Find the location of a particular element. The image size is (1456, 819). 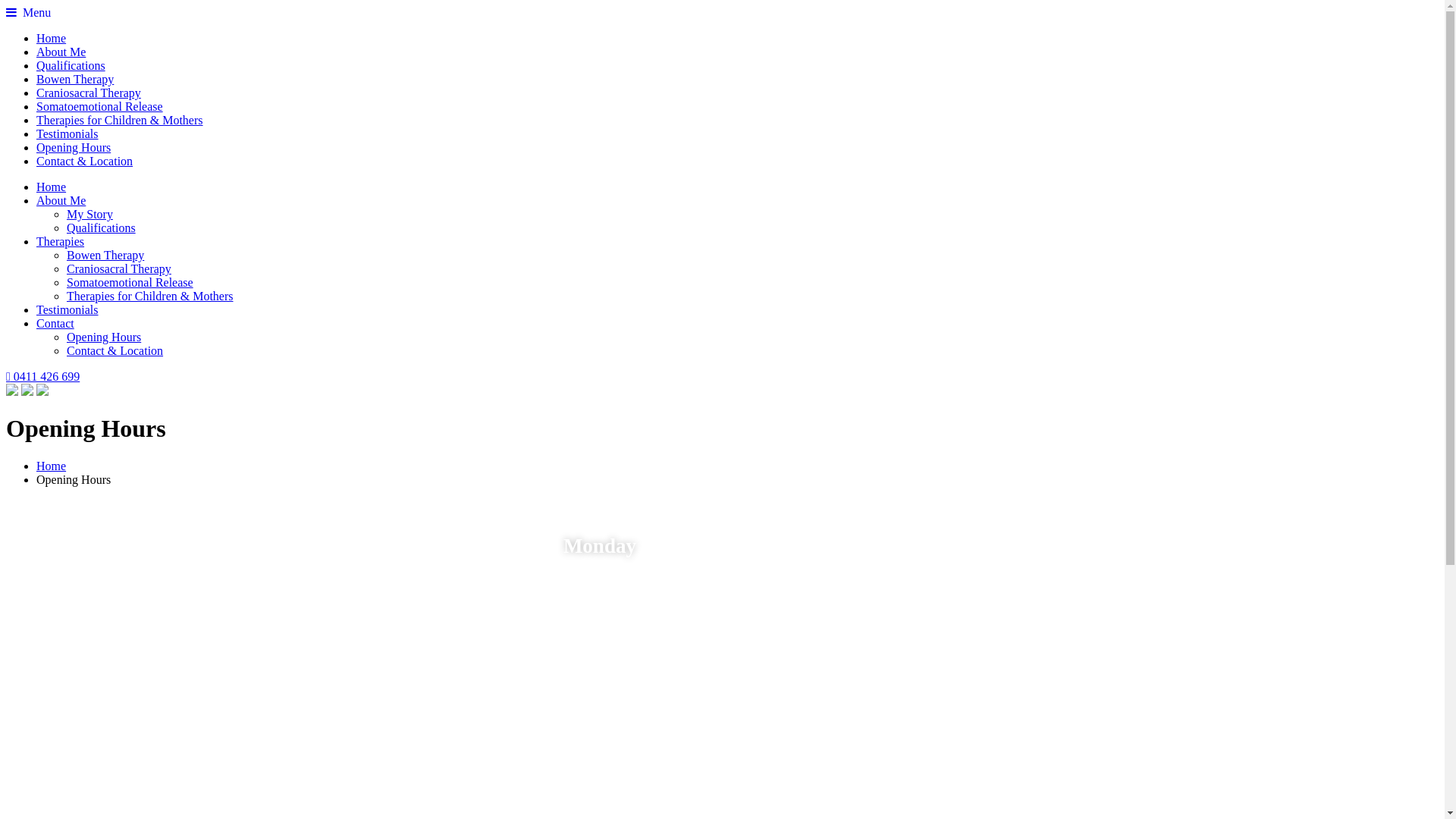

'Bowen Therapy' is located at coordinates (74, 79).